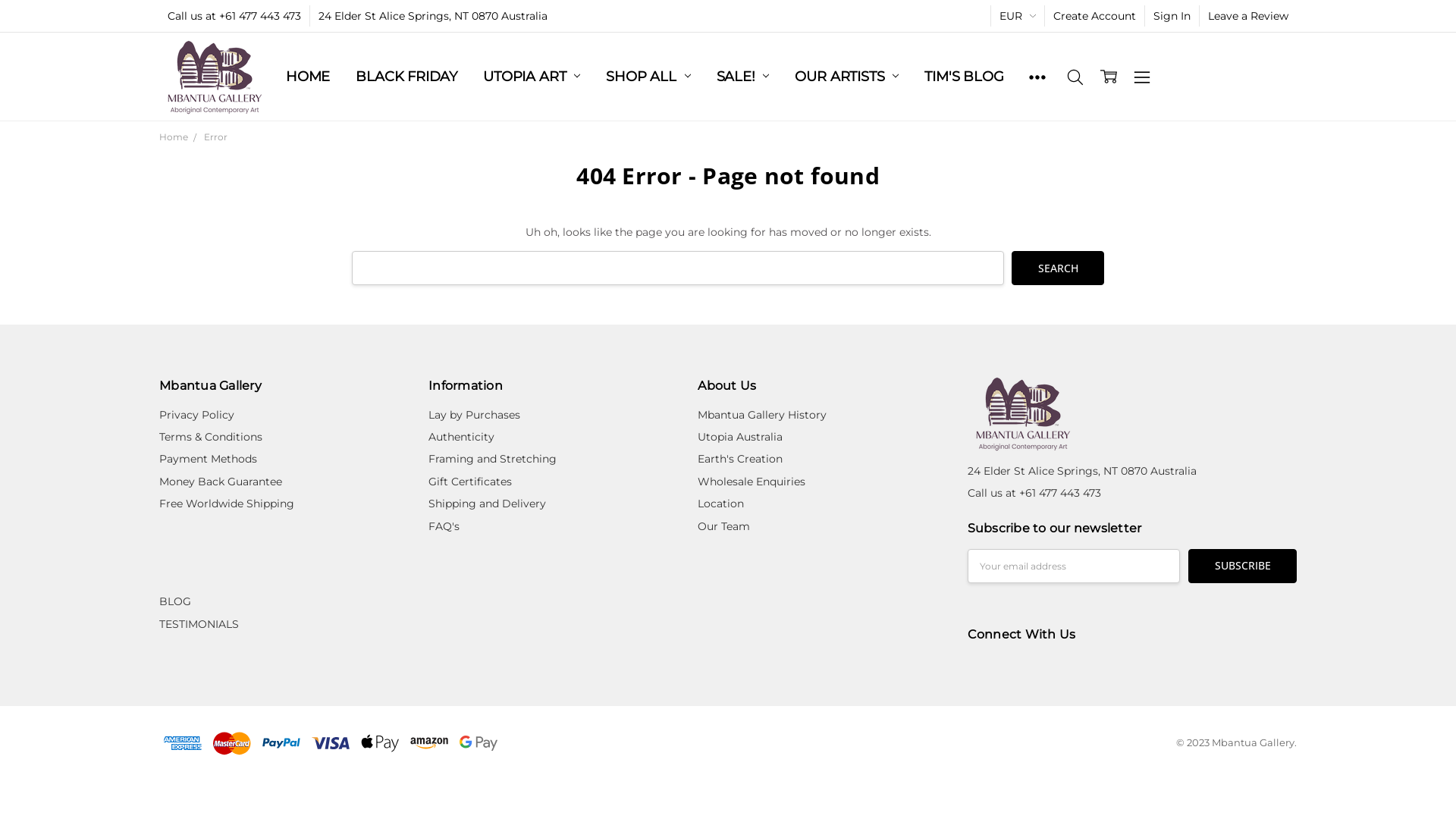  Describe the element at coordinates (443, 526) in the screenshot. I see `'FAQ's'` at that location.